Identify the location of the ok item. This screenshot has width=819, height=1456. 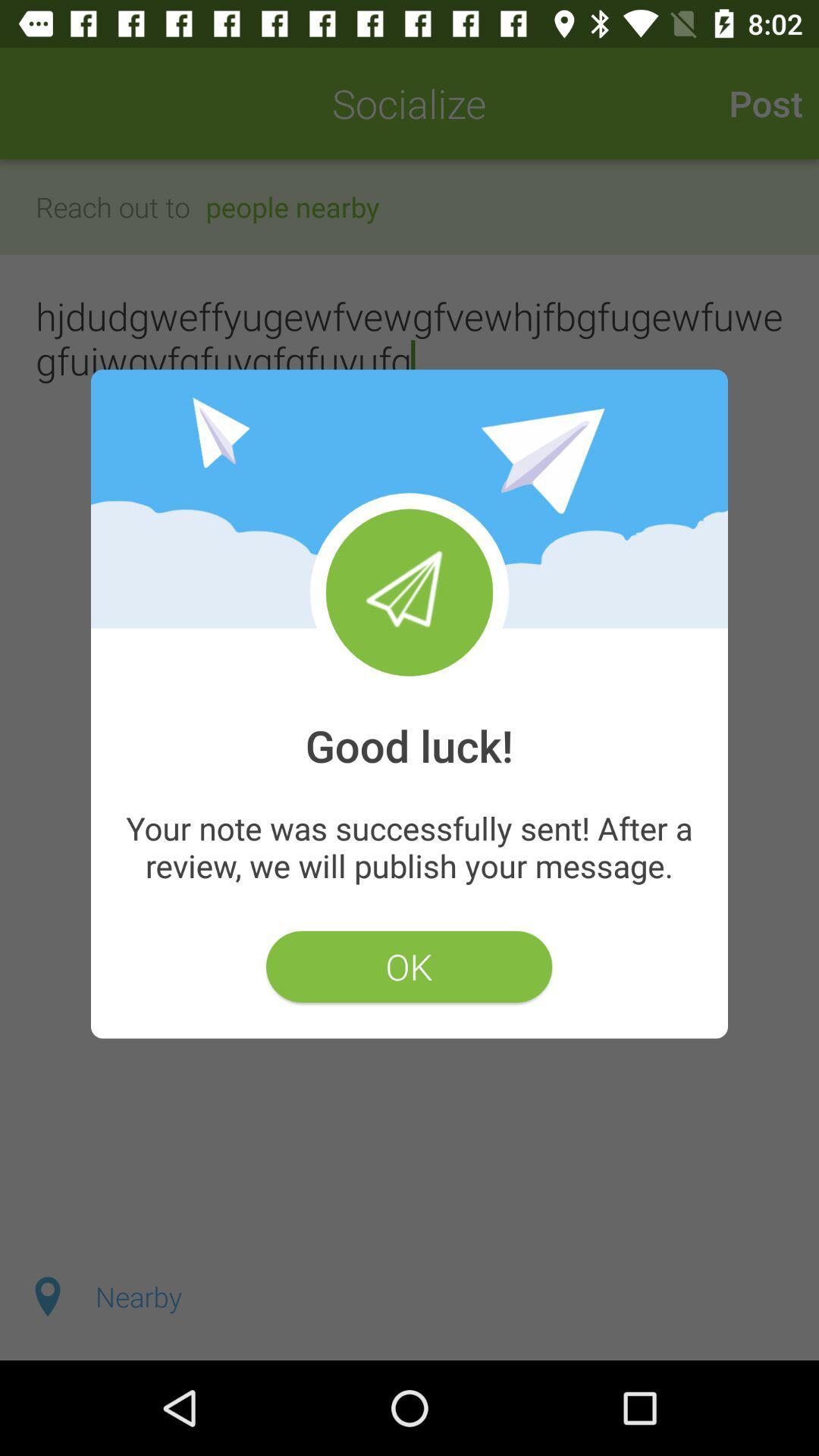
(408, 966).